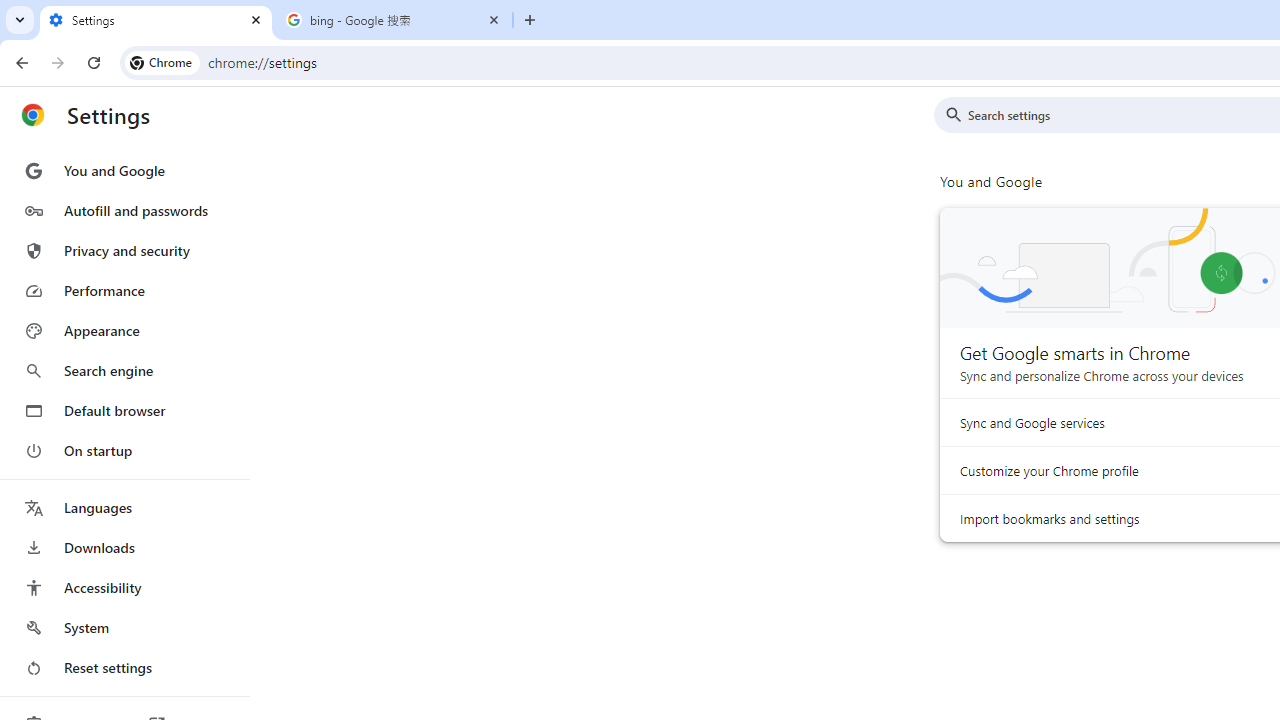 This screenshot has height=720, width=1280. What do you see at coordinates (123, 371) in the screenshot?
I see `'Search engine'` at bounding box center [123, 371].